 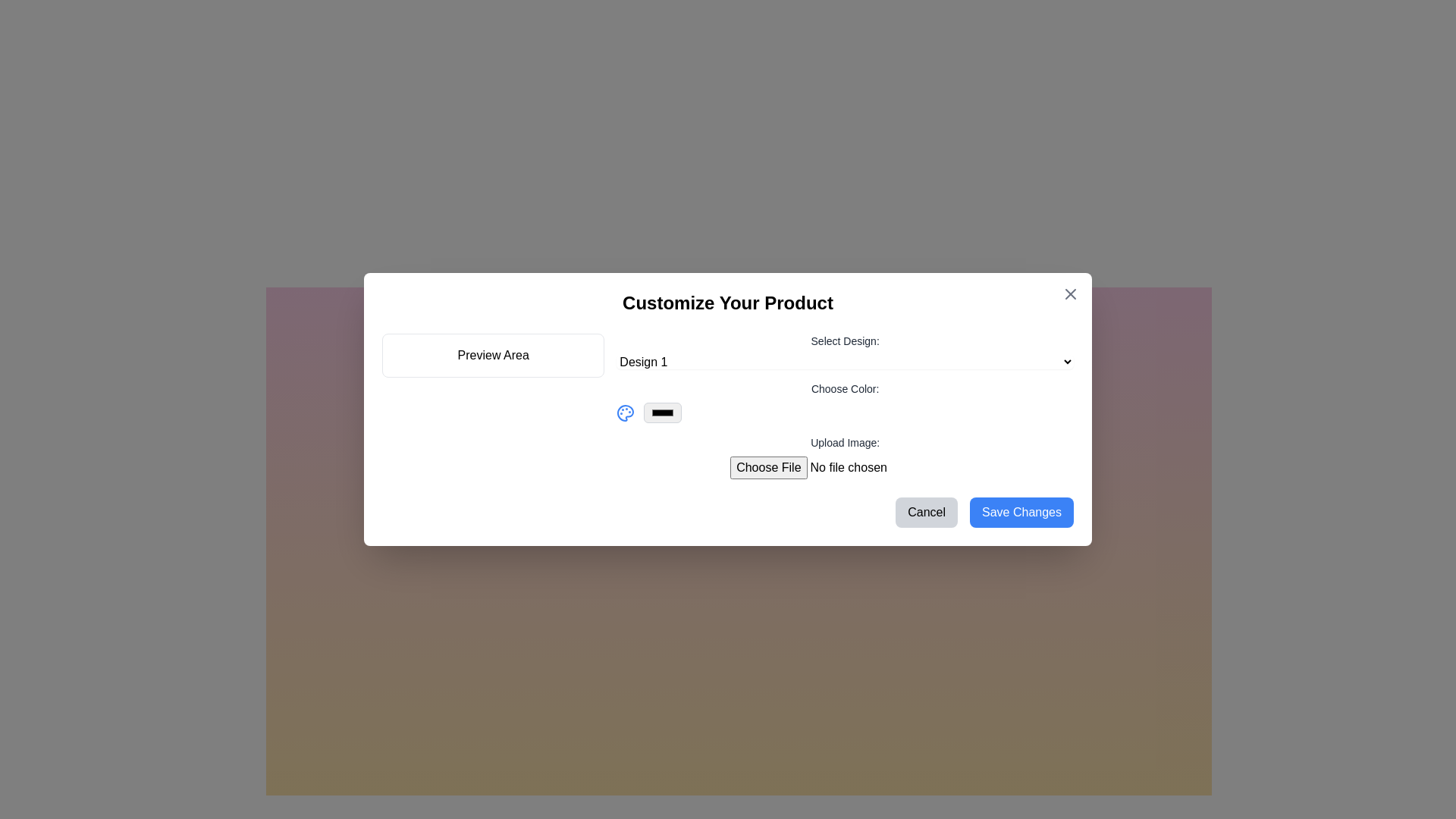 What do you see at coordinates (663, 413) in the screenshot?
I see `the color input field, which is a rectangular UI component with rounded corners and a neutral background` at bounding box center [663, 413].